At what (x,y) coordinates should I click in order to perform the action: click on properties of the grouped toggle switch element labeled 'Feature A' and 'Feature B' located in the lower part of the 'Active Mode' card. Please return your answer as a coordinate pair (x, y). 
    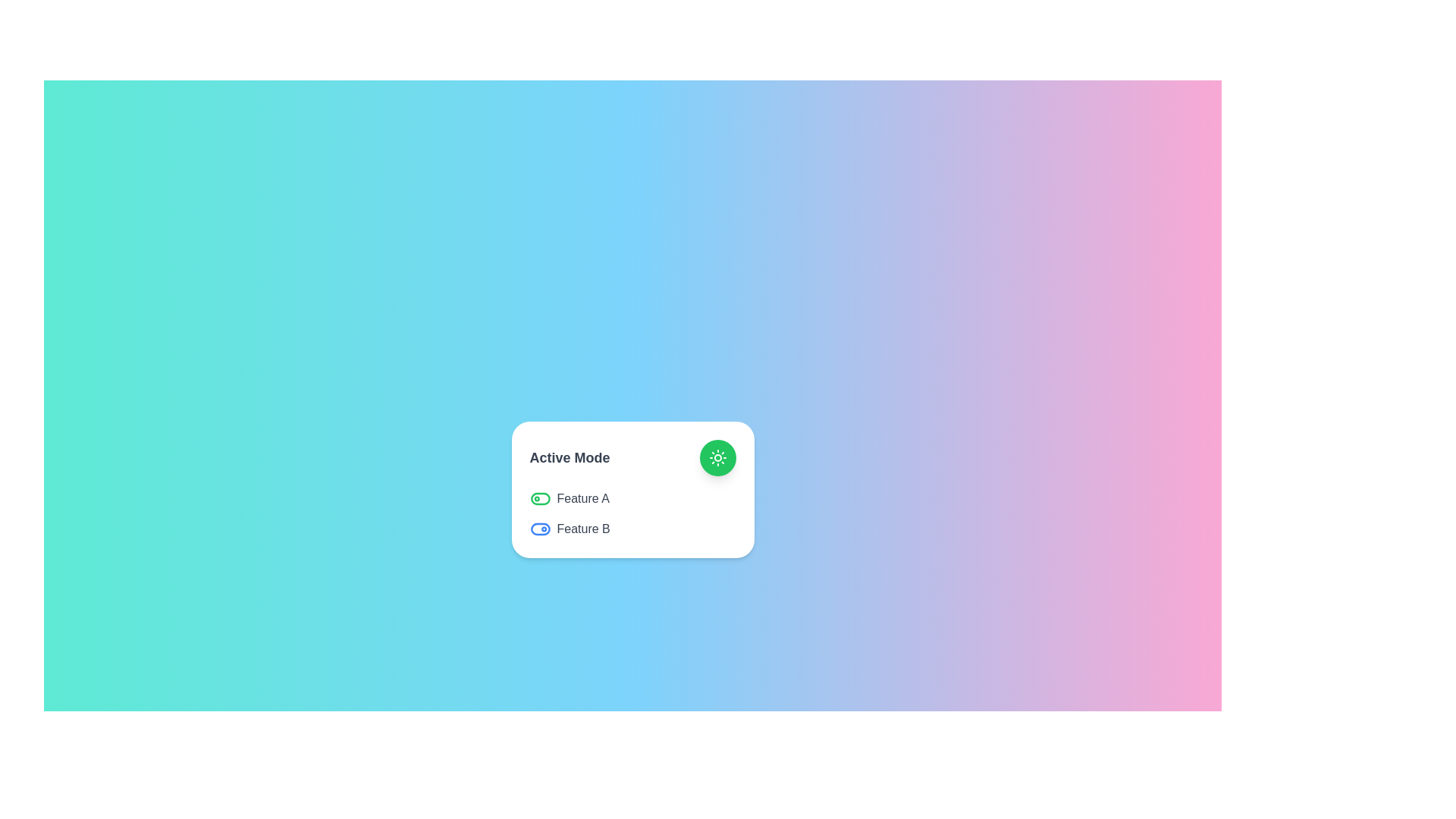
    Looking at the image, I should click on (632, 513).